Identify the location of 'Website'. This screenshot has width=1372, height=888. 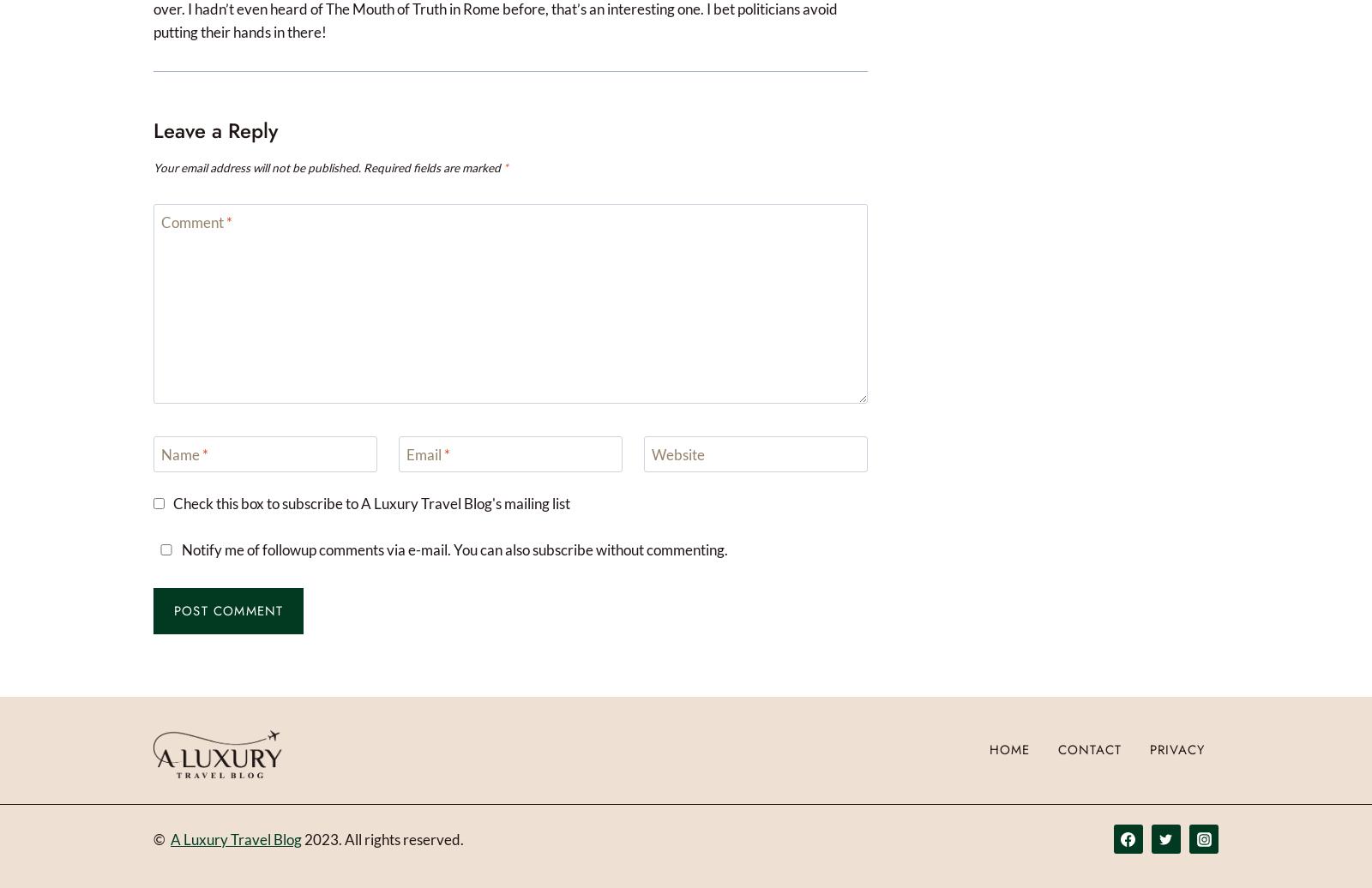
(677, 453).